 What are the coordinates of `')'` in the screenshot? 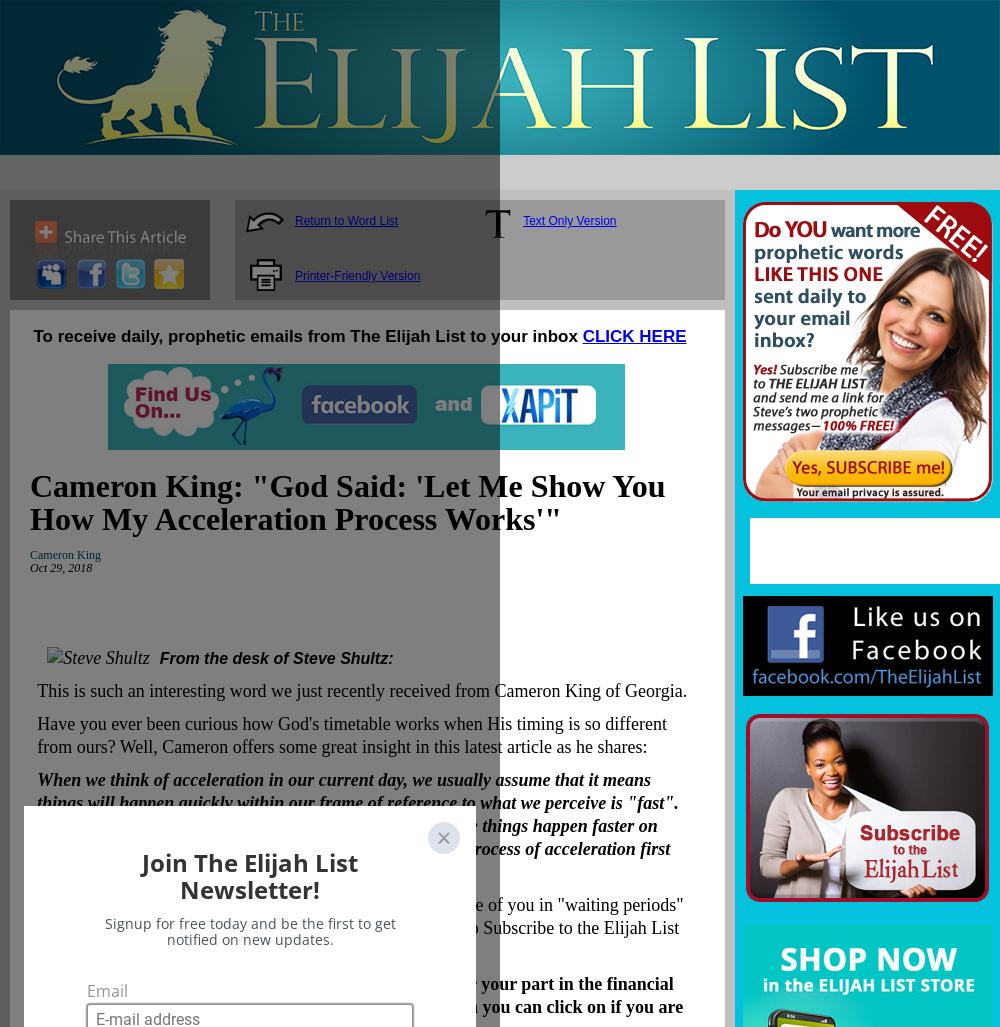 It's located at (145, 951).